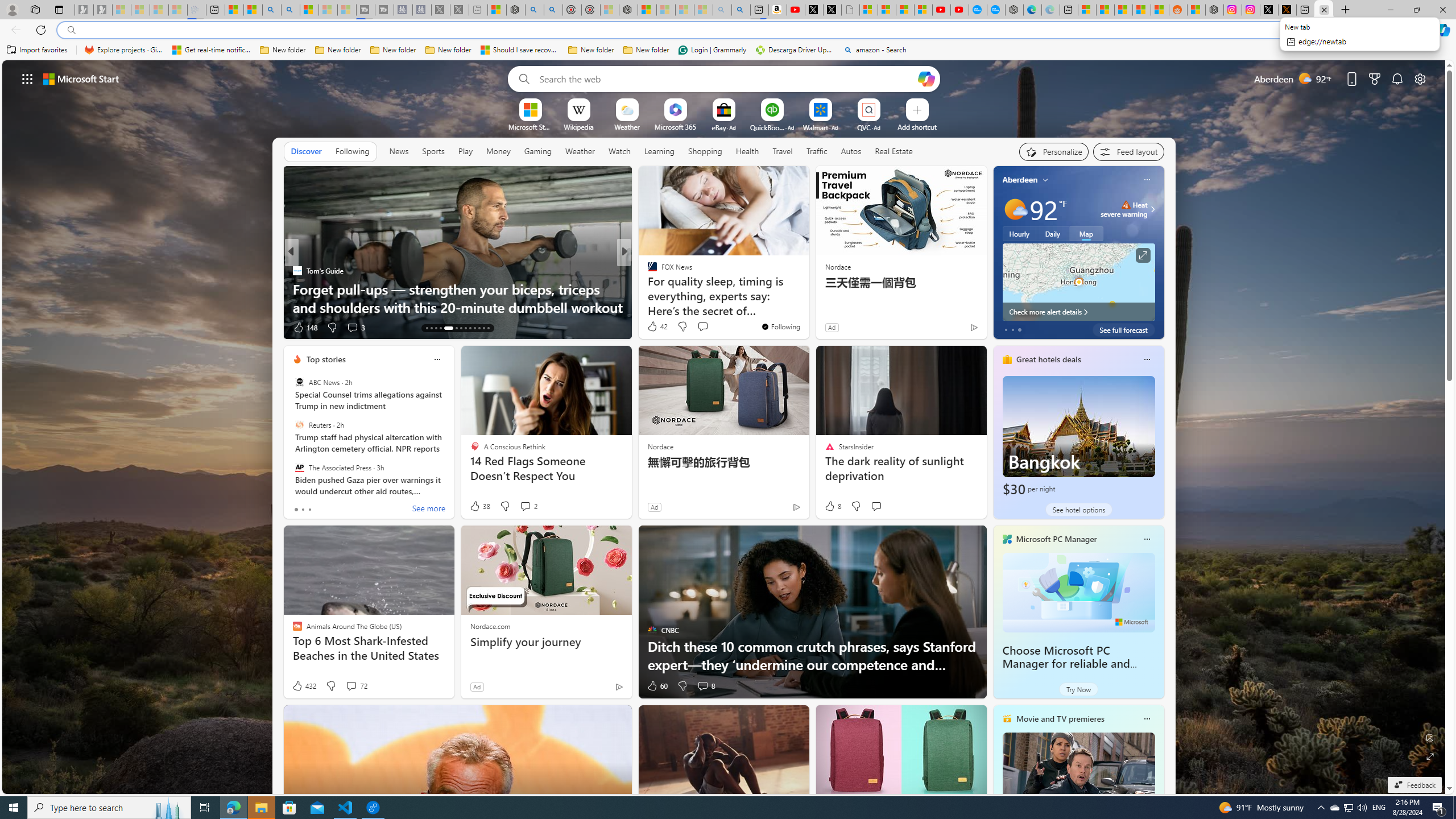 Image resolution: width=1456 pixels, height=819 pixels. Describe the element at coordinates (647, 270) in the screenshot. I see `'The Independent'` at that location.